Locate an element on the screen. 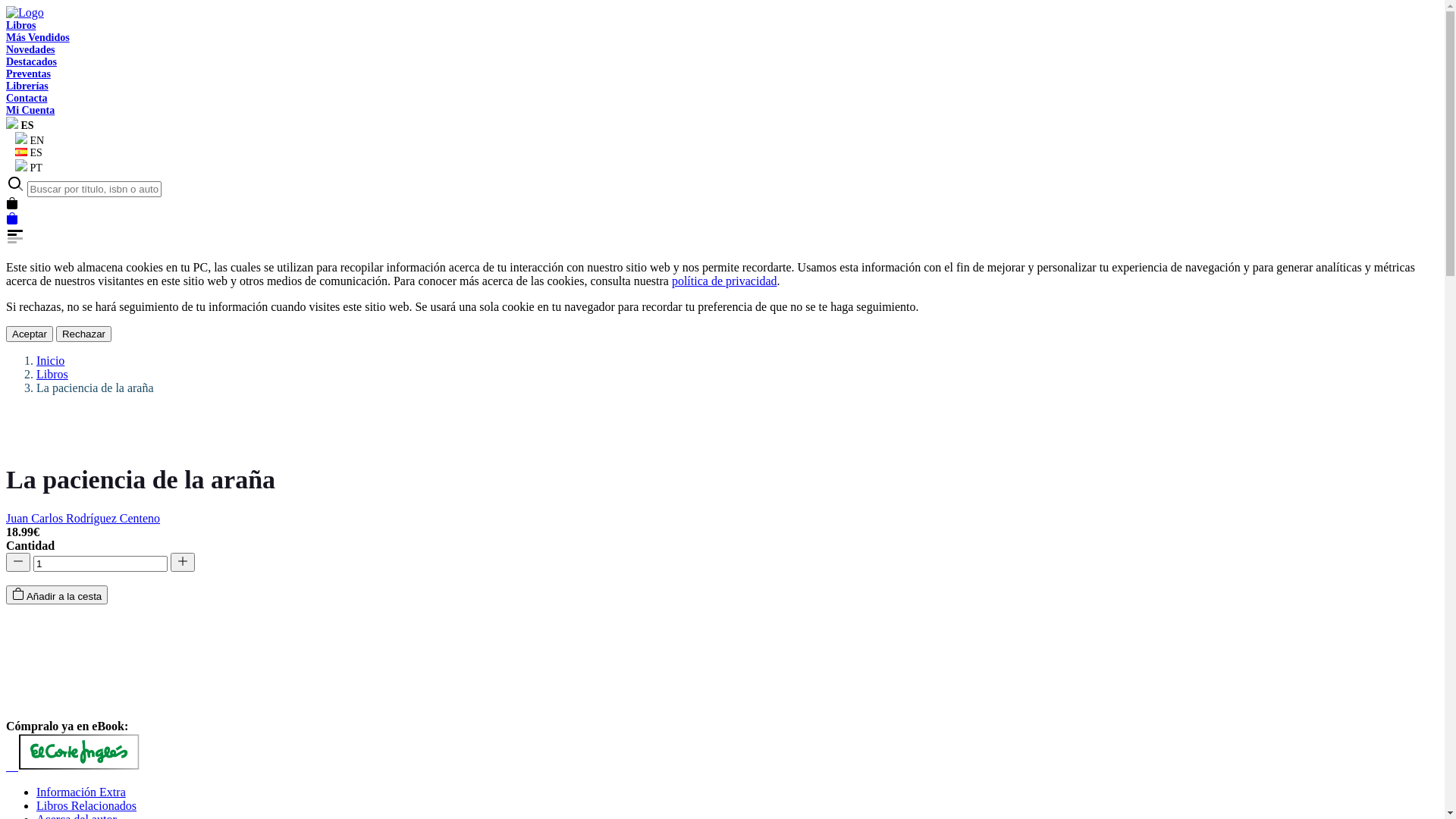 Image resolution: width=1456 pixels, height=819 pixels. 'EN' is located at coordinates (25, 140).